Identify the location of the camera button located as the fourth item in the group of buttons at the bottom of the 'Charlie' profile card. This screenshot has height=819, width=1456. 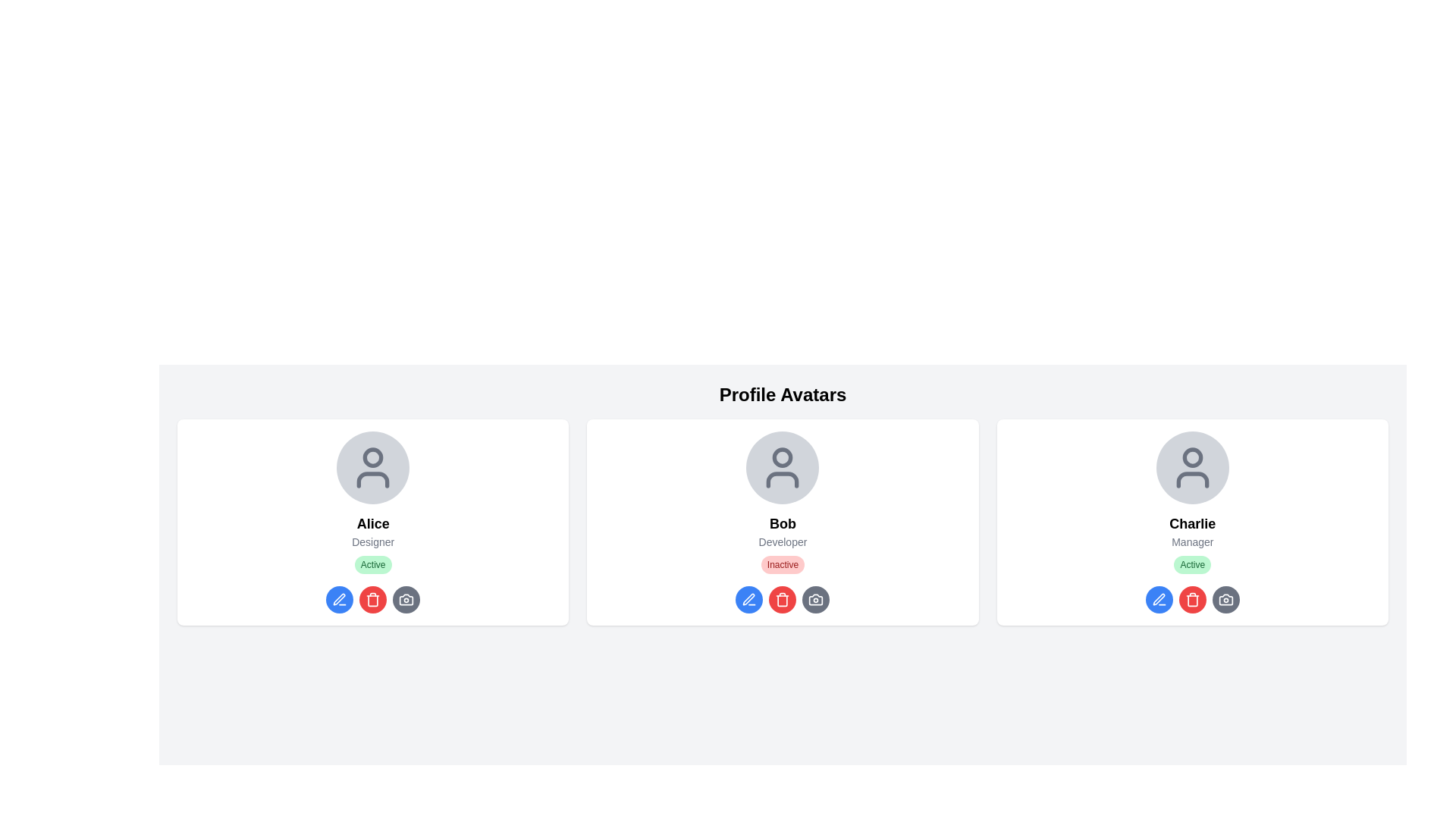
(1225, 598).